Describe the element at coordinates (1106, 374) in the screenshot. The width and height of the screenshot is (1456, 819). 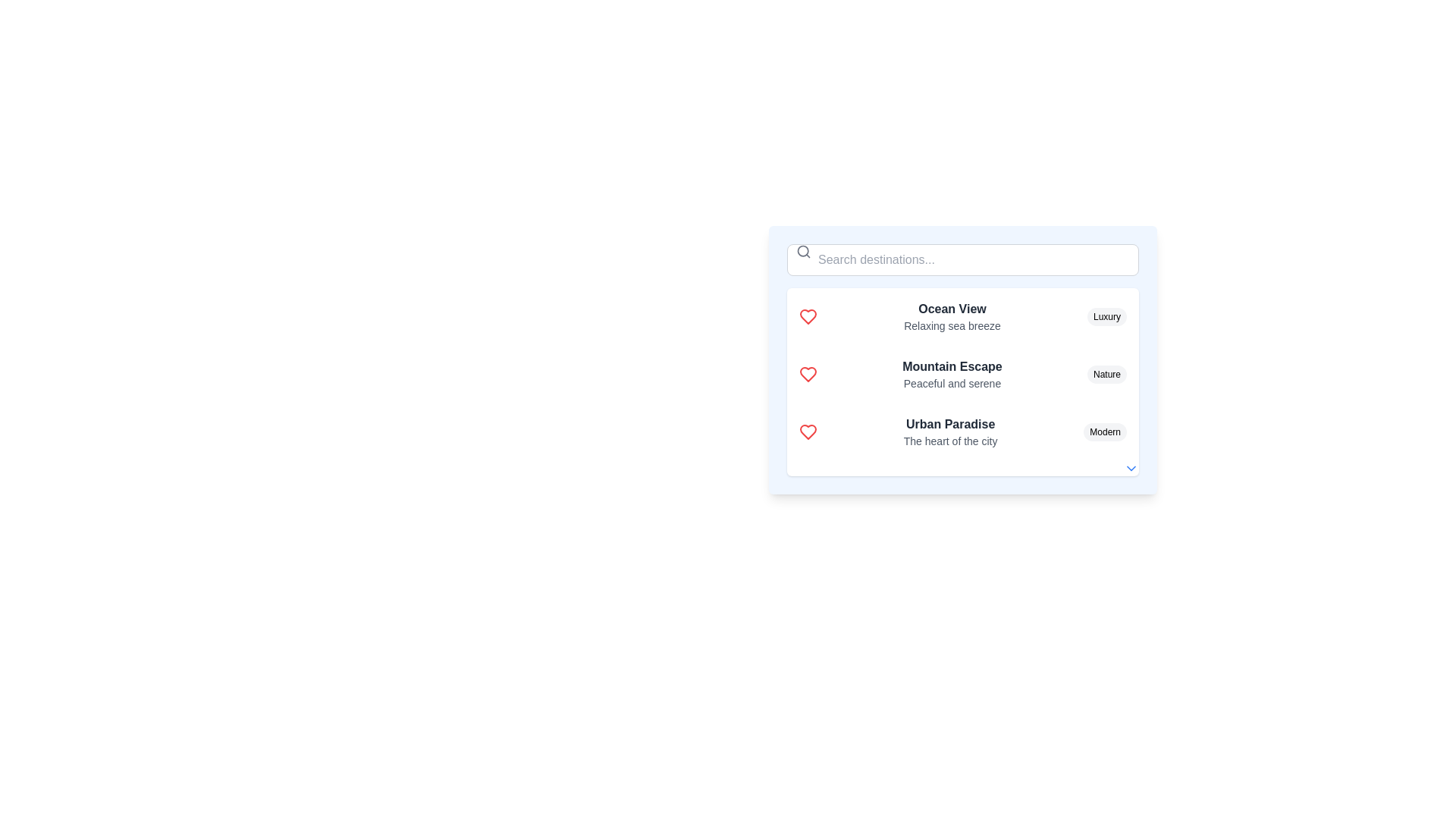
I see `the small, rounded rectangular badge labeled 'Nature' with a light gray background, located at the end of the middle row of item cards, to the right of the text 'Mountain Escape'` at that location.